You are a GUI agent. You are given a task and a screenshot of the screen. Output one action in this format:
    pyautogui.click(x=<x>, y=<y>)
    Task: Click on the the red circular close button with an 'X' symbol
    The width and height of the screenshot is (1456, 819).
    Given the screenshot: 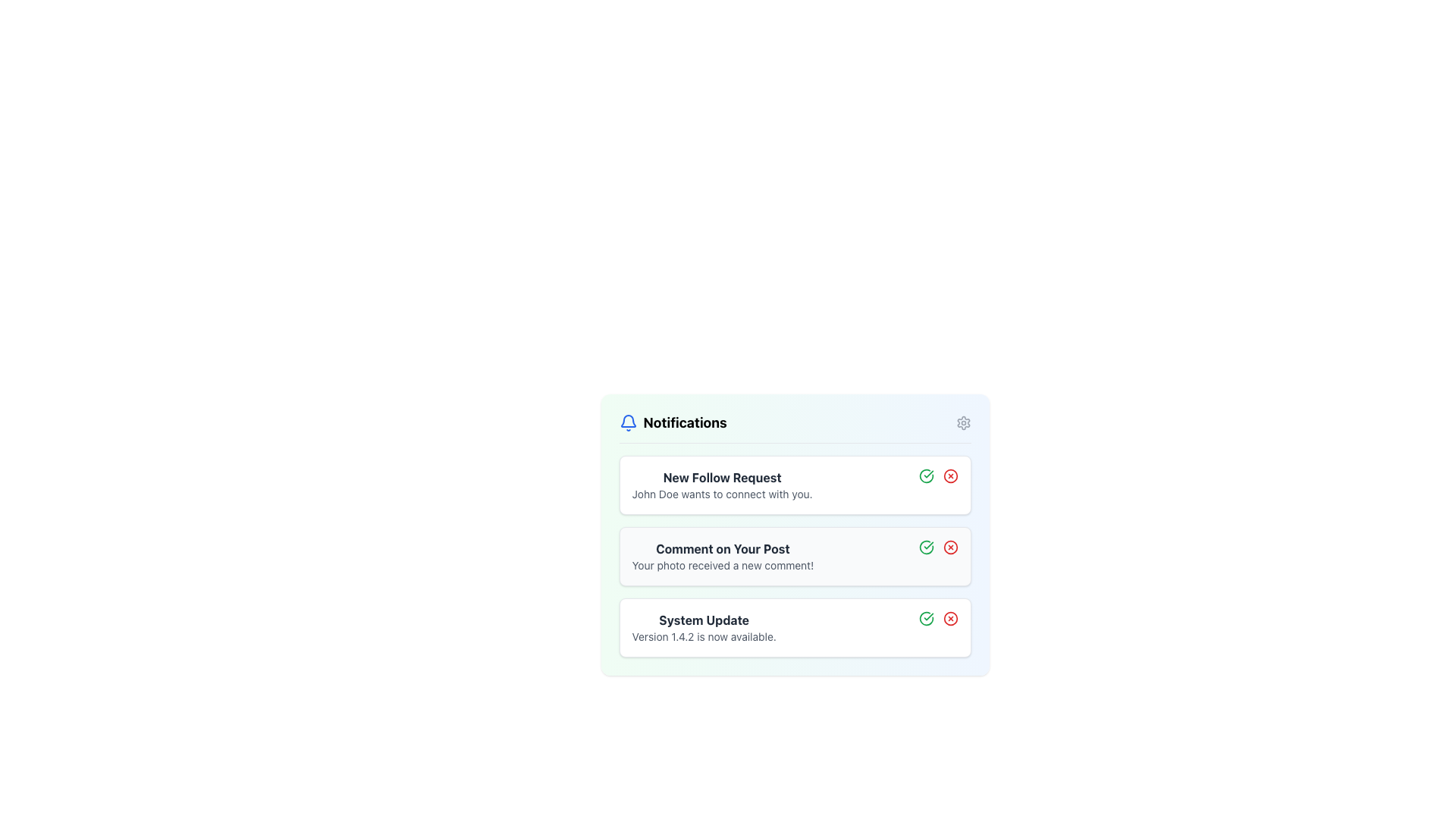 What is the action you would take?
    pyautogui.click(x=949, y=547)
    